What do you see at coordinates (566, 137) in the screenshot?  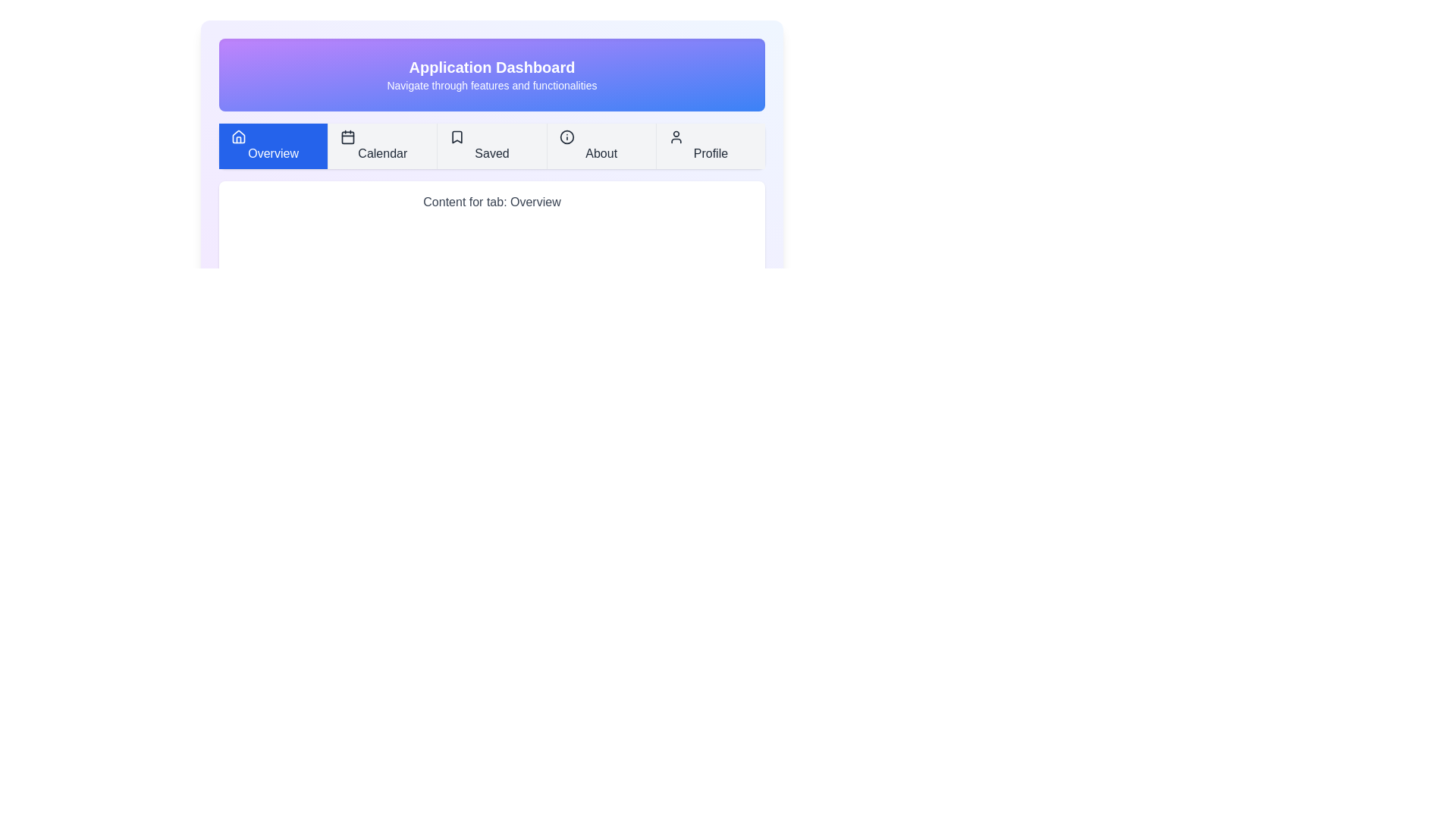 I see `the circular element in the informational icon located in the header section below the main application title, part of the navigation menu labeled 'About'` at bounding box center [566, 137].